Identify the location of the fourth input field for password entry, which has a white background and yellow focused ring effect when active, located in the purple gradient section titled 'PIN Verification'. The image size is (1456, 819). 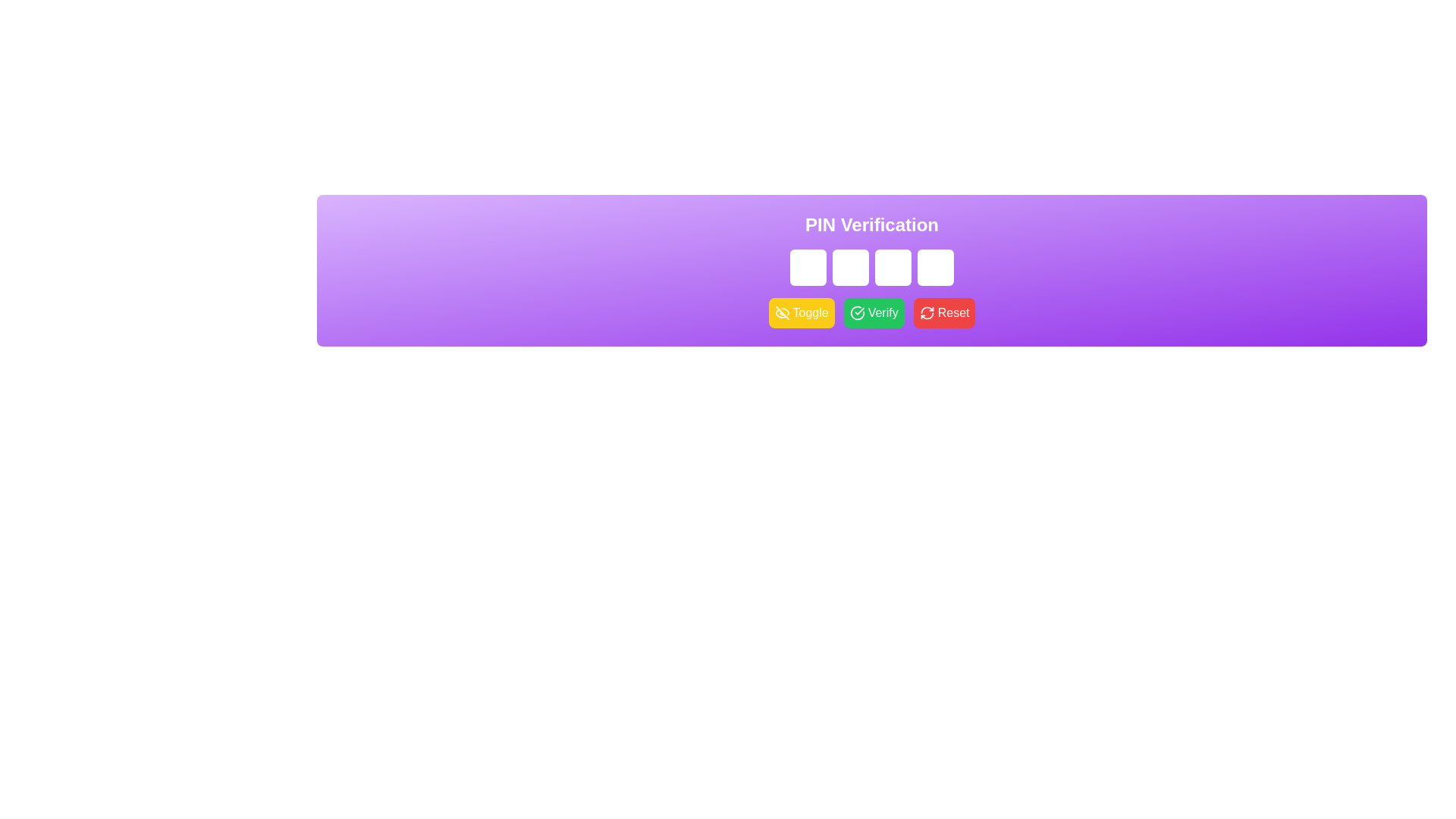
(934, 267).